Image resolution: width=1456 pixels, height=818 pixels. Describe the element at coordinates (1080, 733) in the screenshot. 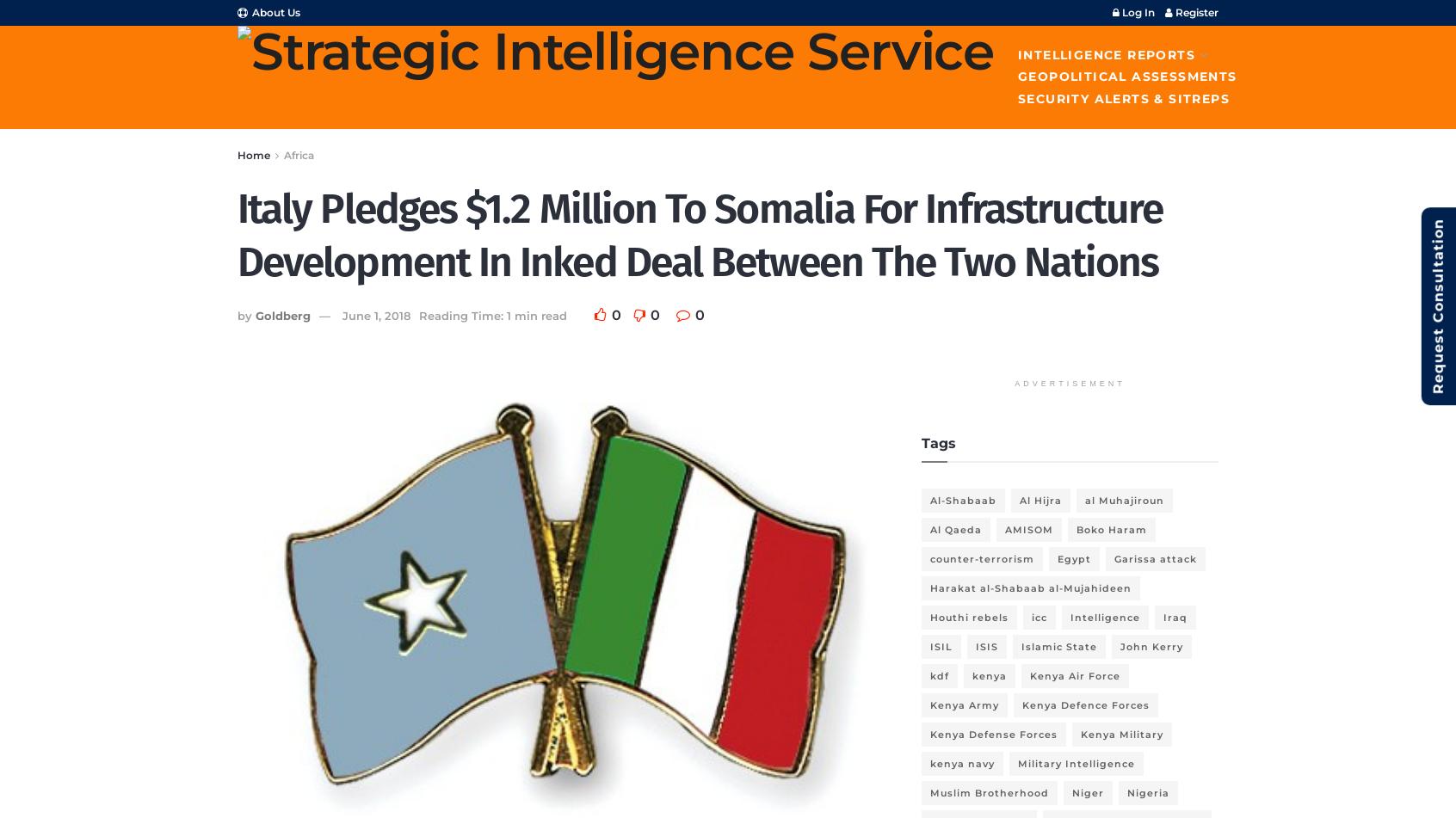

I see `'Kenya Military'` at that location.